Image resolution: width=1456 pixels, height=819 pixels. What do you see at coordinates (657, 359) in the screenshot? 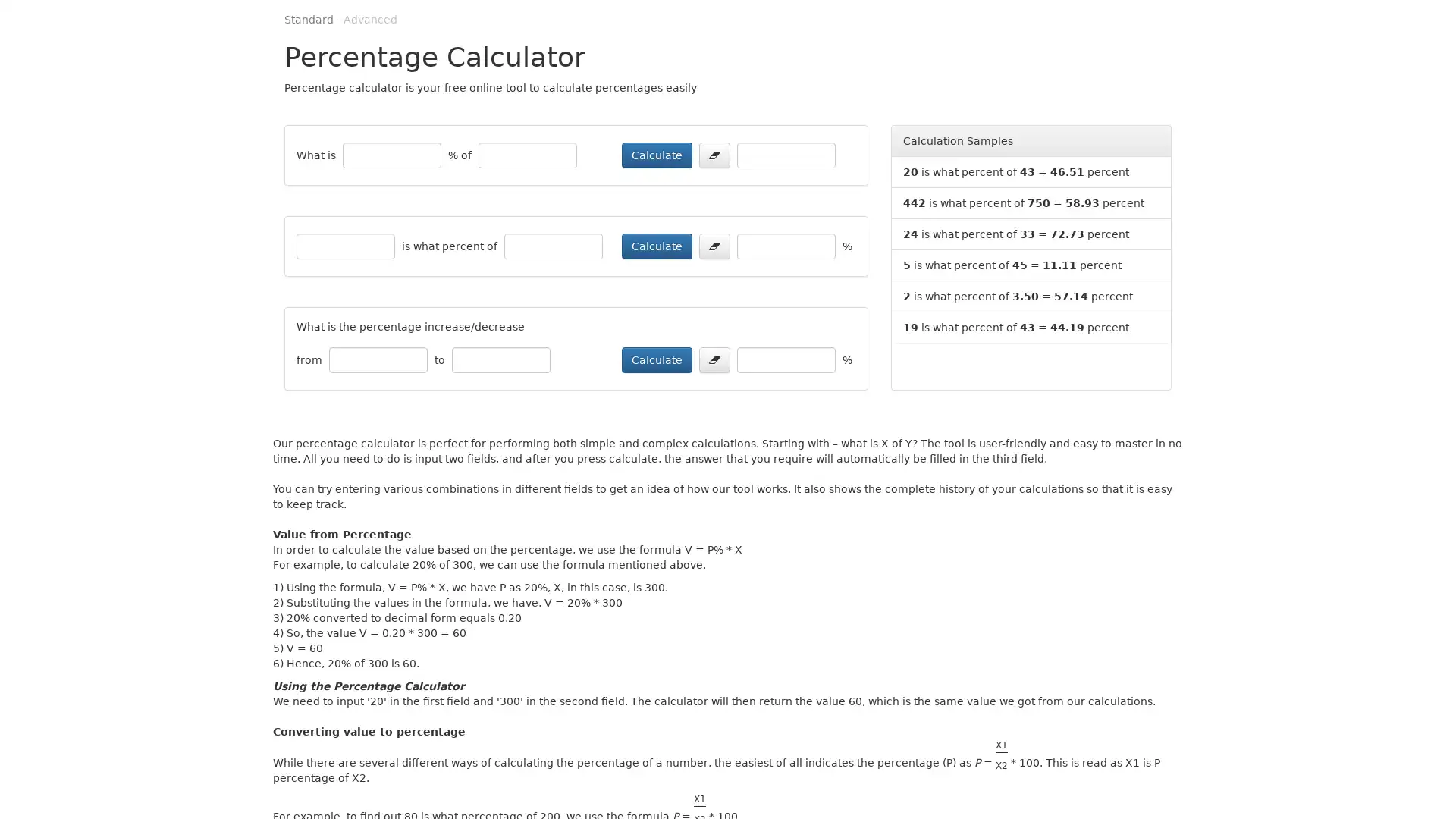
I see `Calculate` at bounding box center [657, 359].